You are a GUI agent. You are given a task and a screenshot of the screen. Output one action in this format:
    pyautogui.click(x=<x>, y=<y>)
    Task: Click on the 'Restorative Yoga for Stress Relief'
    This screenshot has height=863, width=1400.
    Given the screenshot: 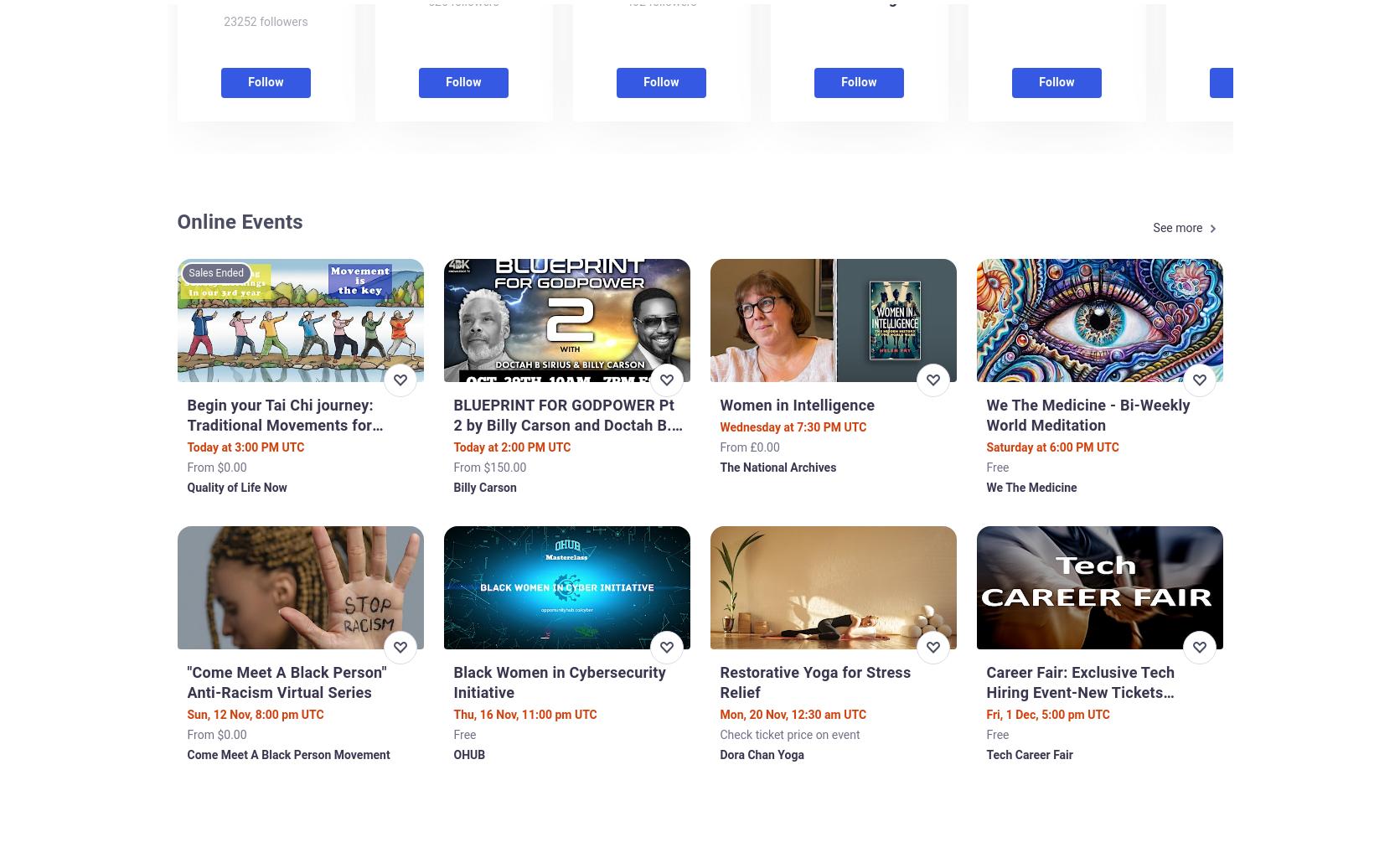 What is the action you would take?
    pyautogui.click(x=815, y=680)
    